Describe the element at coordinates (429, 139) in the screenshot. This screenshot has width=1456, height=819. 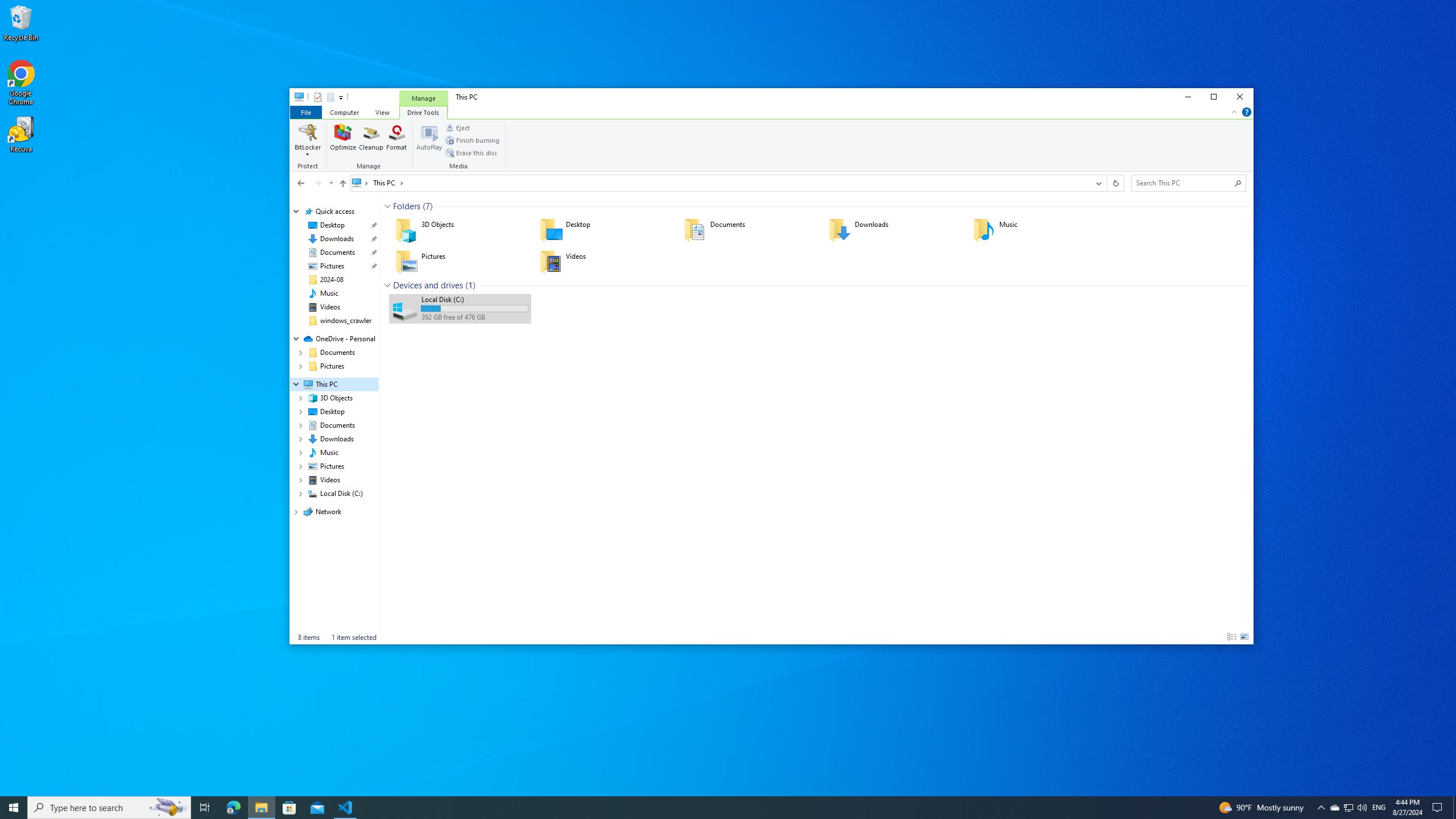
I see `'AutoPlay'` at that location.